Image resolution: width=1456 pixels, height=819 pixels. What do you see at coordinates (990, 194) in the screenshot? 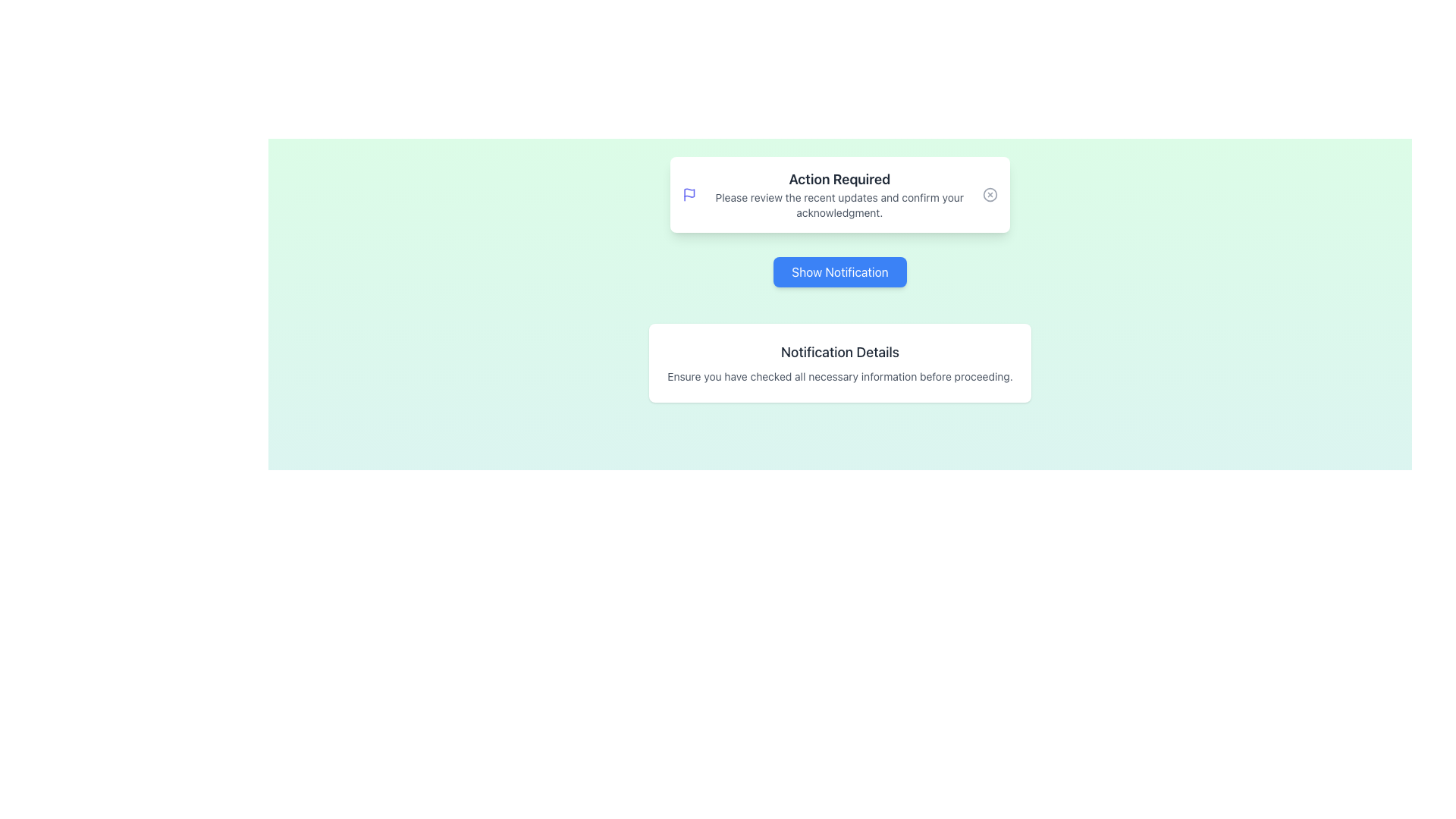
I see `the dismissal button located at the top right corner of the card containing the 'Action Required' header` at bounding box center [990, 194].